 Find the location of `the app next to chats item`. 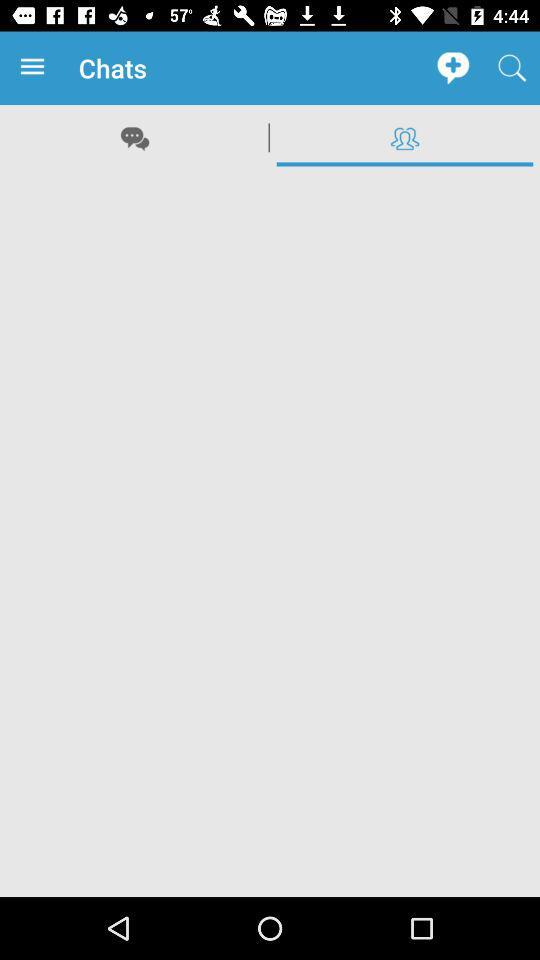

the app next to chats item is located at coordinates (453, 68).